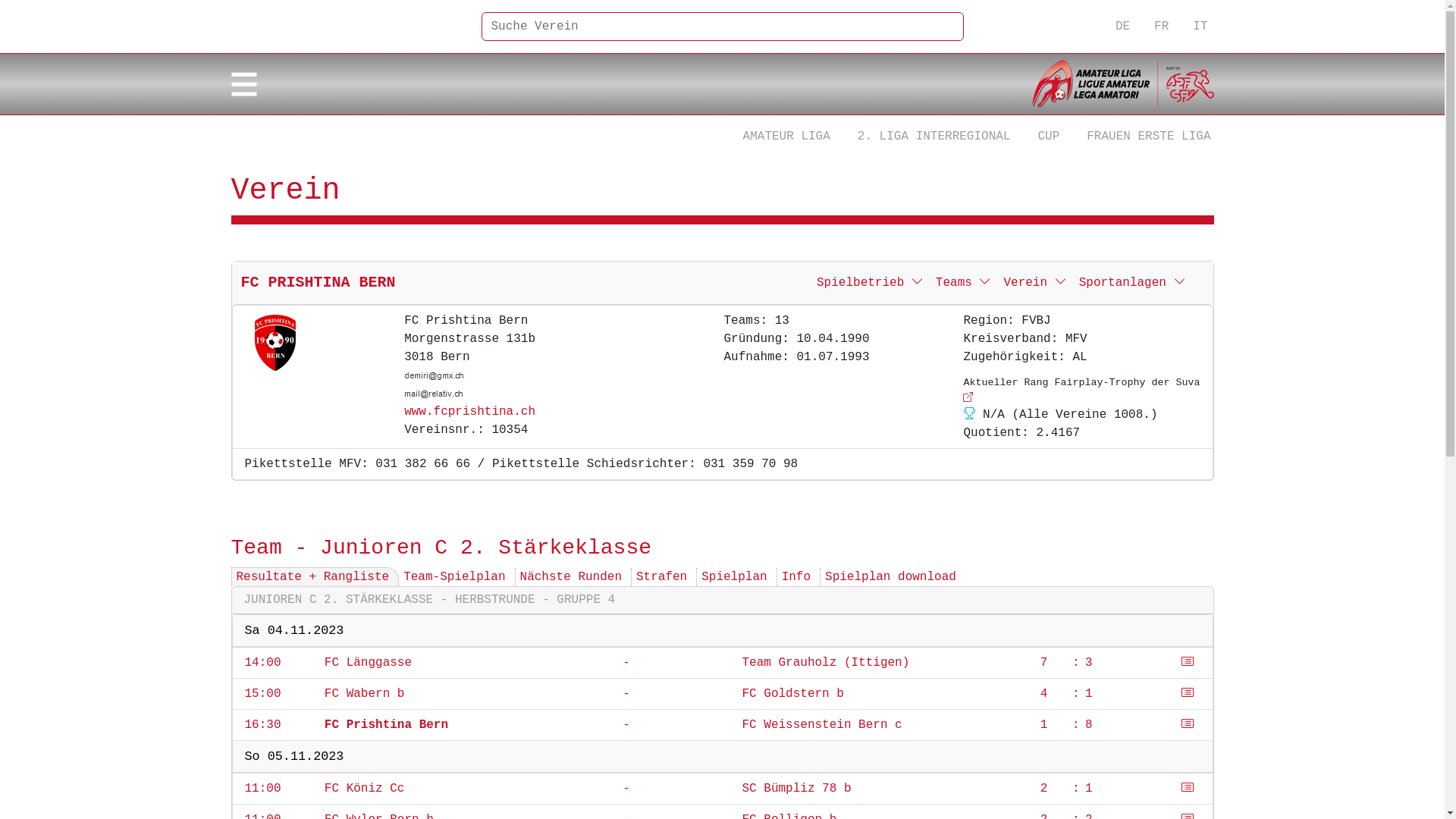  Describe the element at coordinates (870, 283) in the screenshot. I see `'Spielbetrieb'` at that location.